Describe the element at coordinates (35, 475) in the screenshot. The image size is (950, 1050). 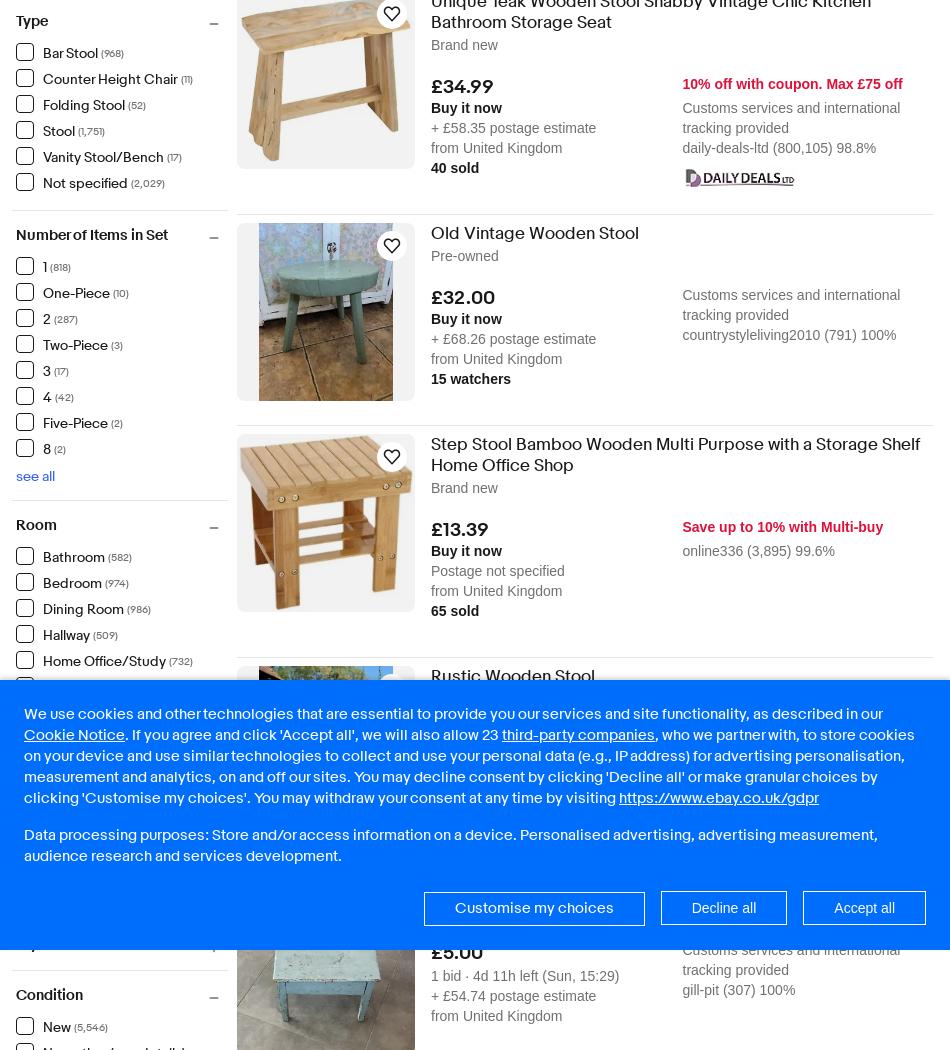
I see `'see all'` at that location.